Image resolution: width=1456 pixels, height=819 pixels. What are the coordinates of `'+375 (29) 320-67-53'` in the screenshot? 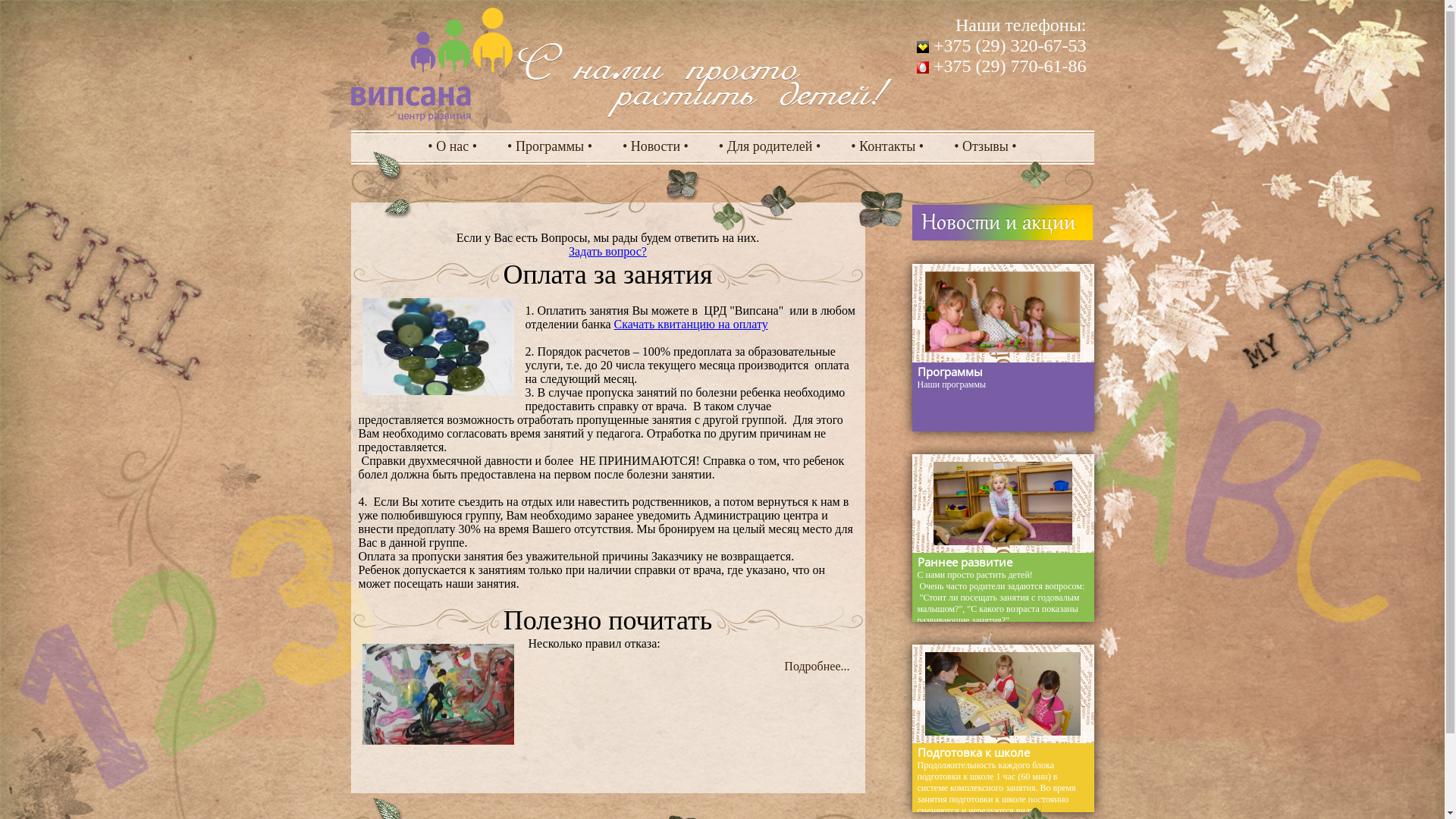 It's located at (1001, 45).